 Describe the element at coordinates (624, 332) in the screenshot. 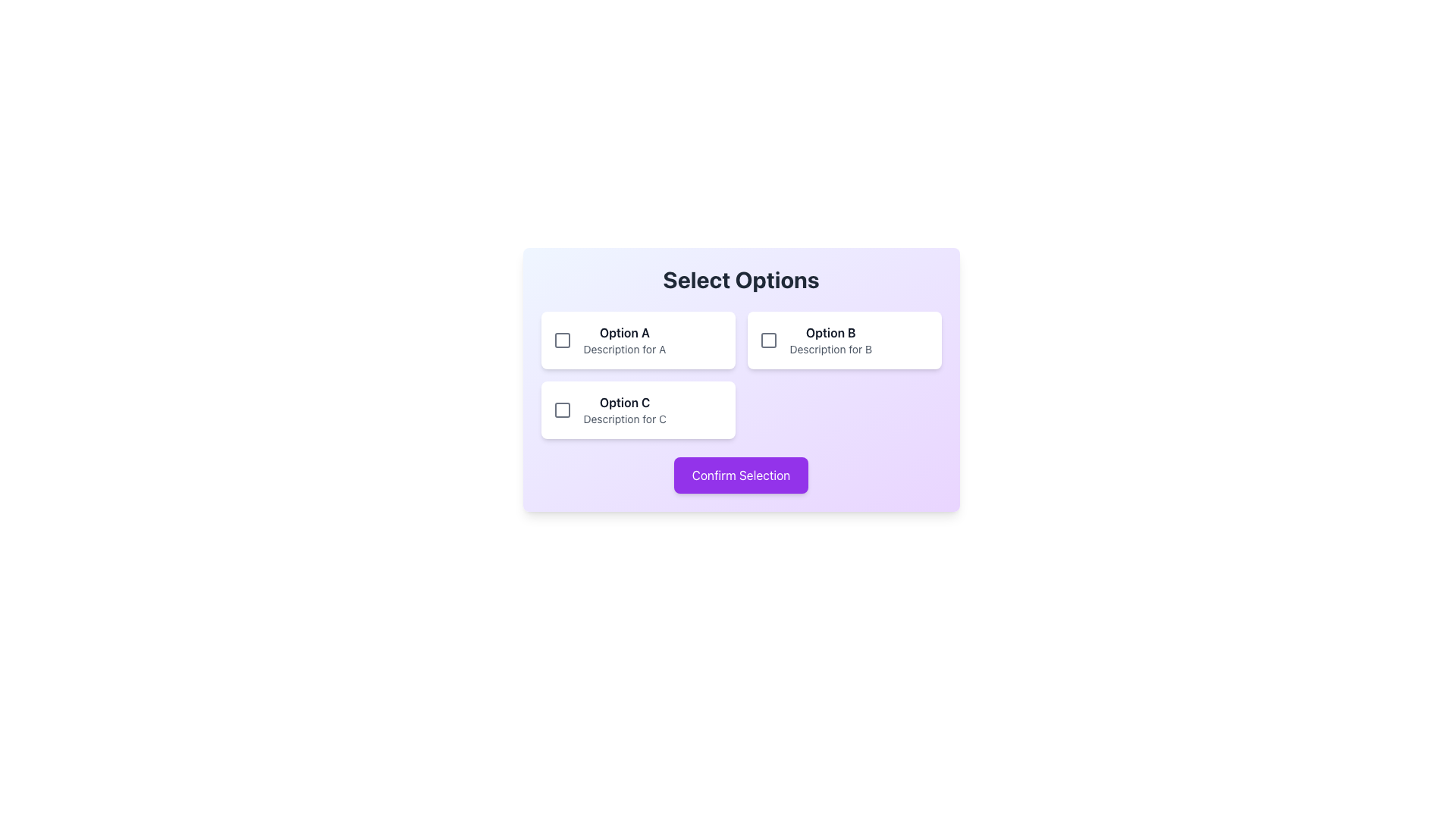

I see `the text label 'Option A' which is in bold, dark gray font, located in the top-left cell of a 2x2 grid of selection options` at that location.